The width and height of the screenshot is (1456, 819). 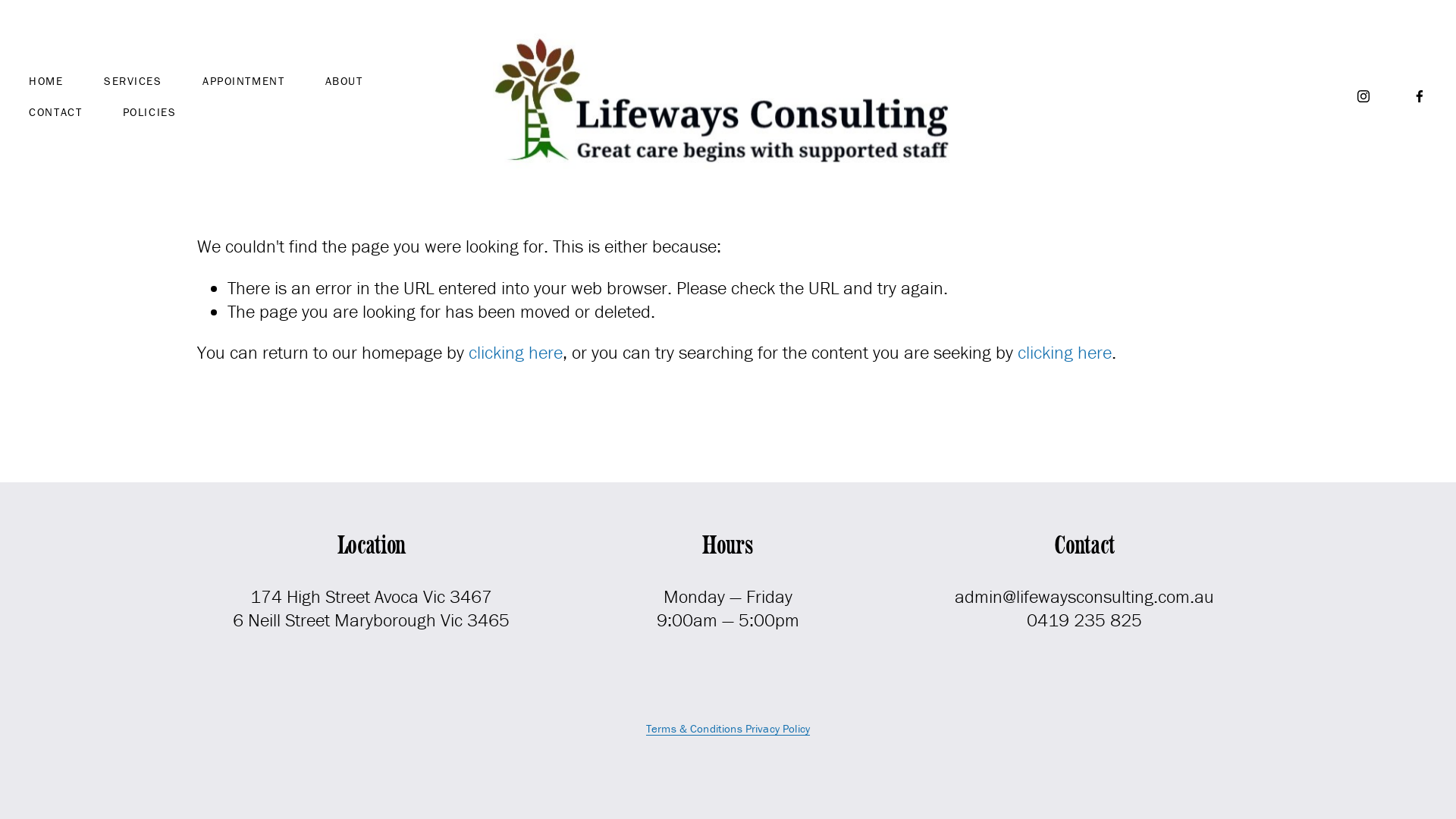 What do you see at coordinates (45, 80) in the screenshot?
I see `'HOME'` at bounding box center [45, 80].